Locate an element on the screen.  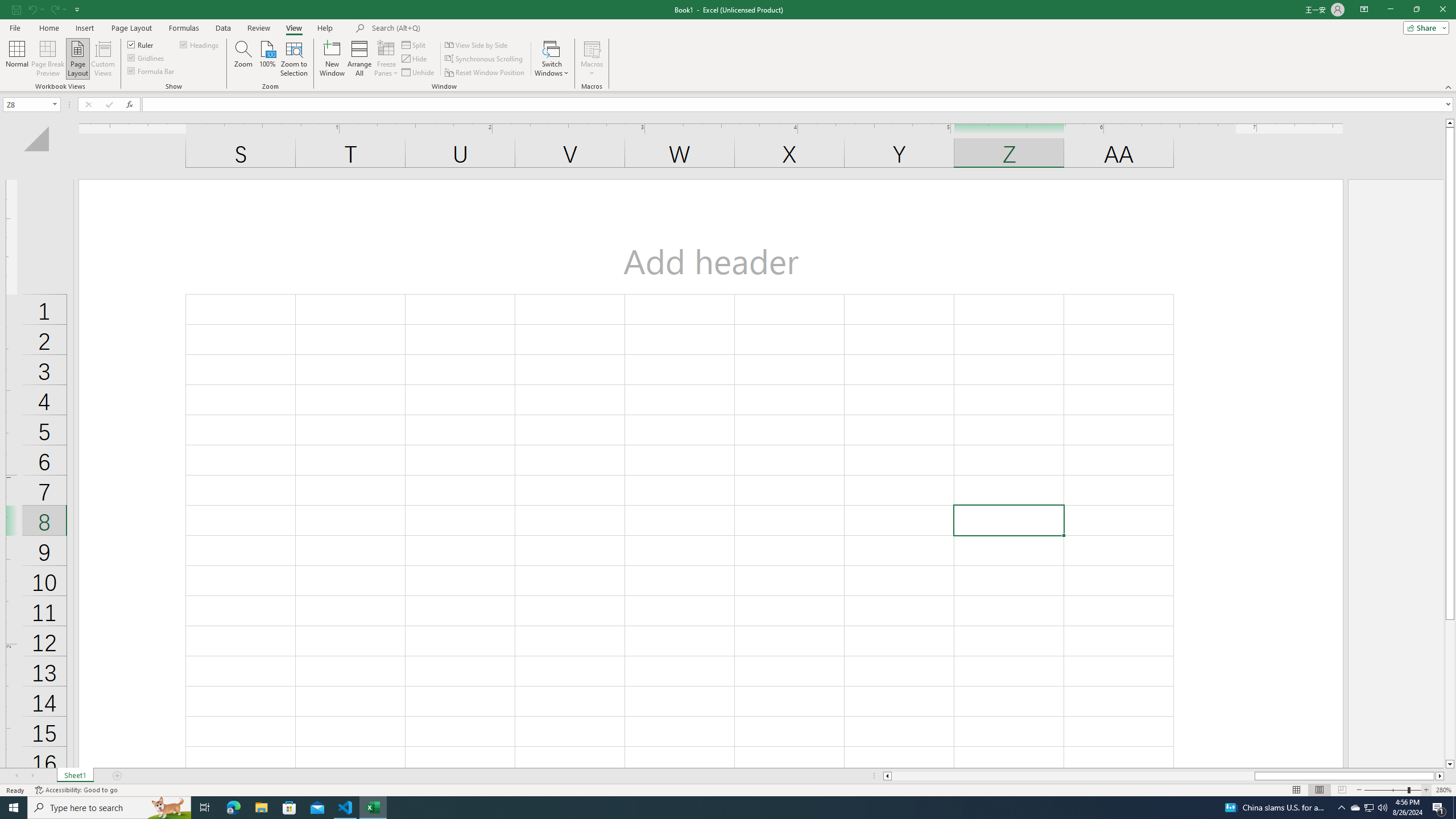
'Split' is located at coordinates (415, 44).